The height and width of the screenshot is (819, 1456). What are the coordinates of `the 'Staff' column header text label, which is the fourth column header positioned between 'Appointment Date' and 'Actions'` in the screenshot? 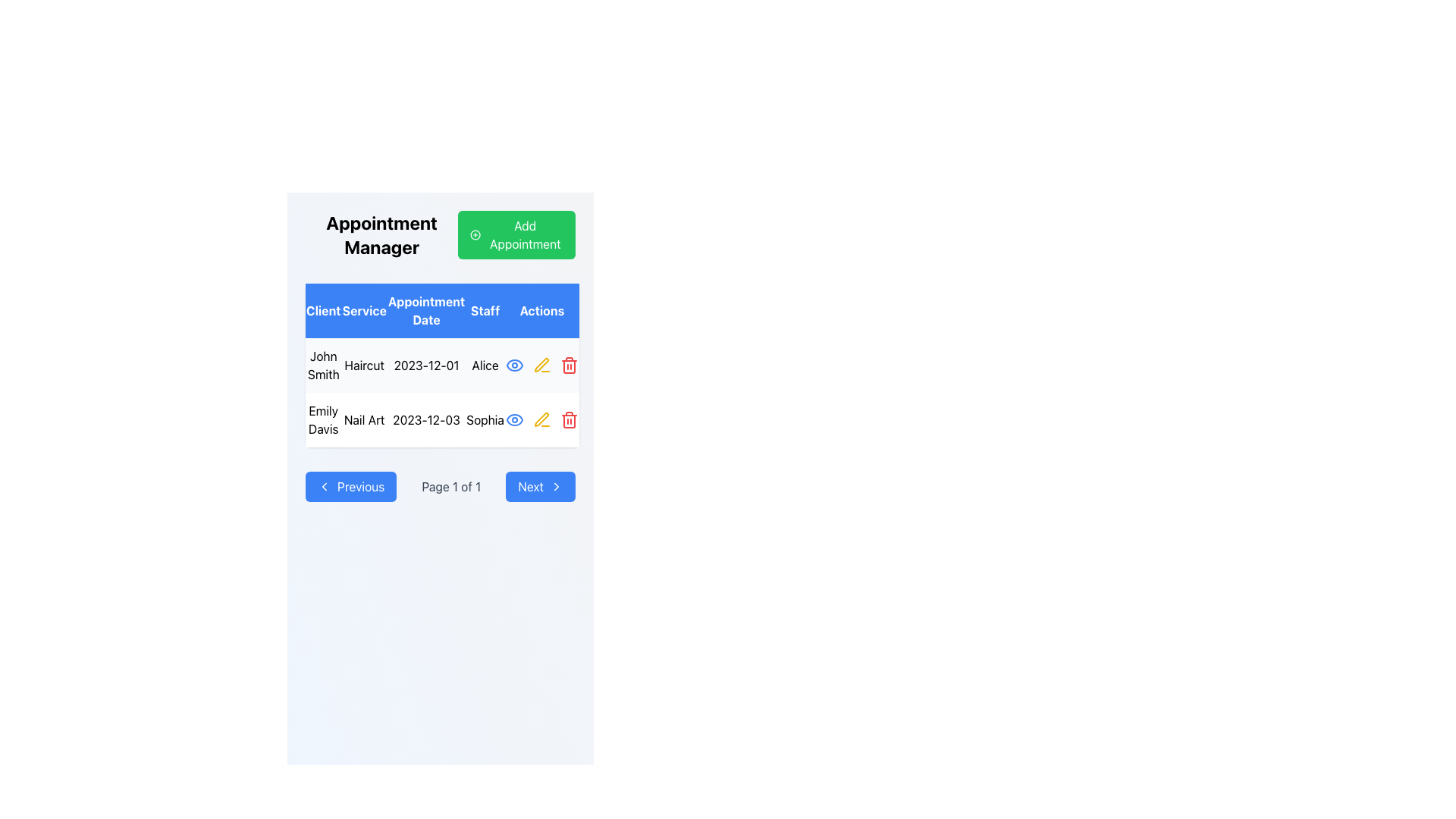 It's located at (485, 309).